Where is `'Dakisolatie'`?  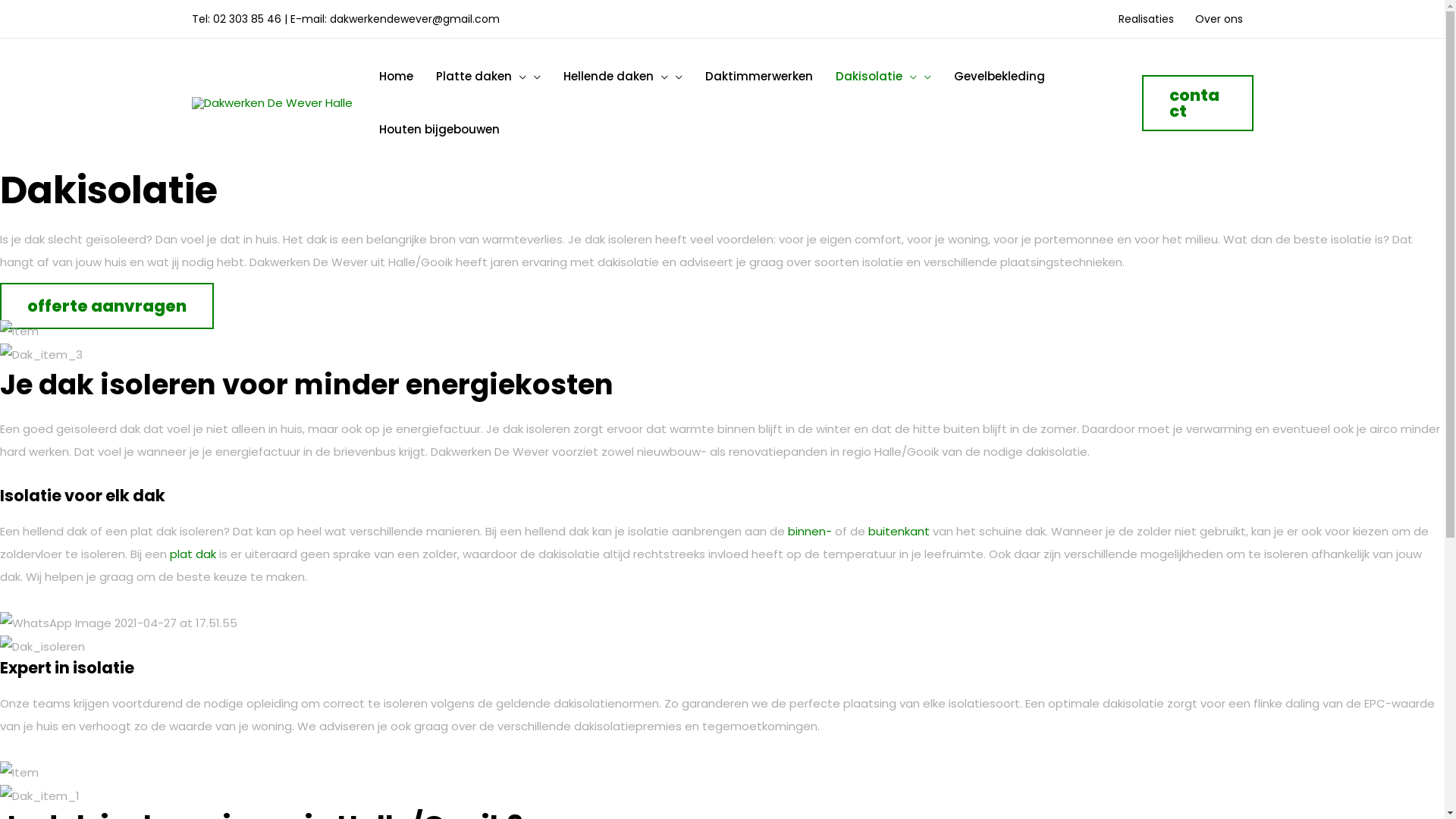
'Dakisolatie' is located at coordinates (882, 76).